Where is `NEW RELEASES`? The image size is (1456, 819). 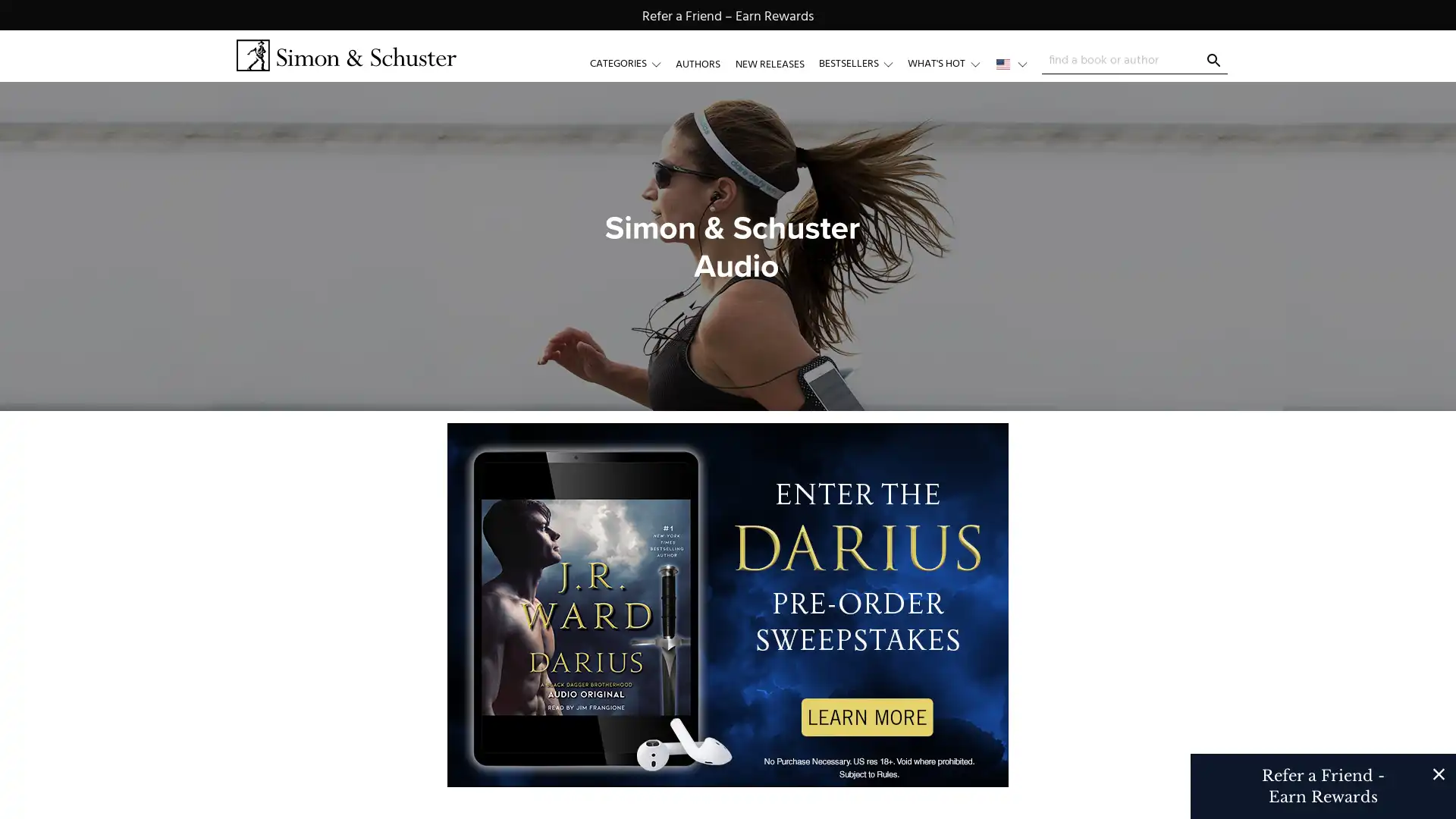 NEW RELEASES is located at coordinates (769, 63).